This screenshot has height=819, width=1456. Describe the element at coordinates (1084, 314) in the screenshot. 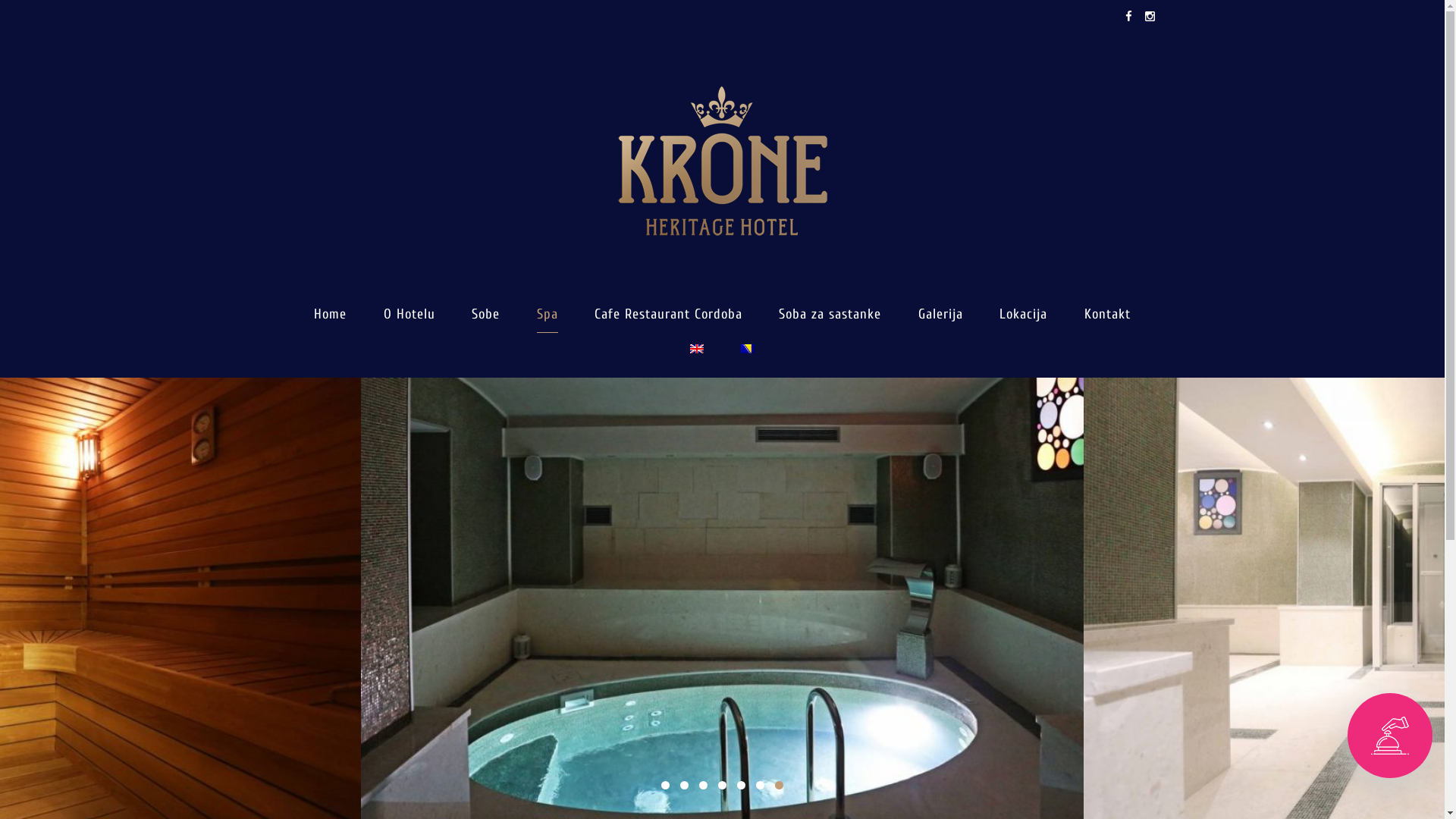

I see `'Kontakt'` at that location.